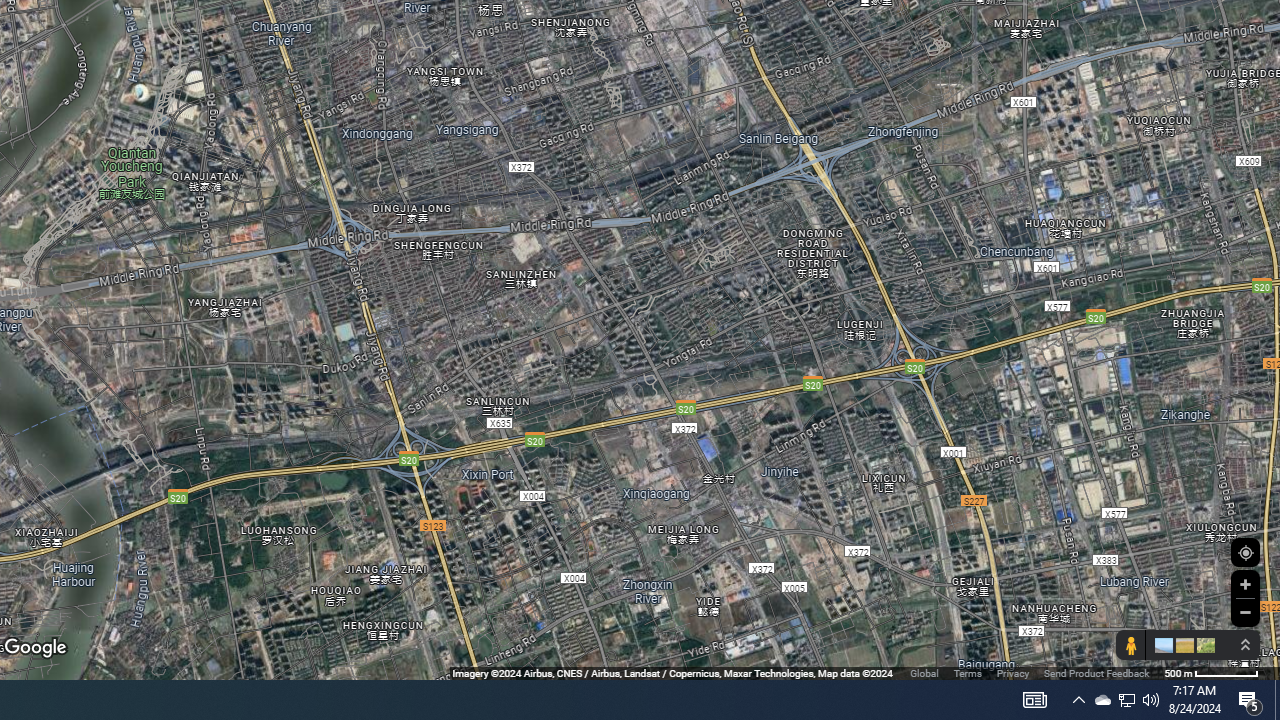 Image resolution: width=1280 pixels, height=720 pixels. I want to click on 'Show imagery', so click(1202, 645).